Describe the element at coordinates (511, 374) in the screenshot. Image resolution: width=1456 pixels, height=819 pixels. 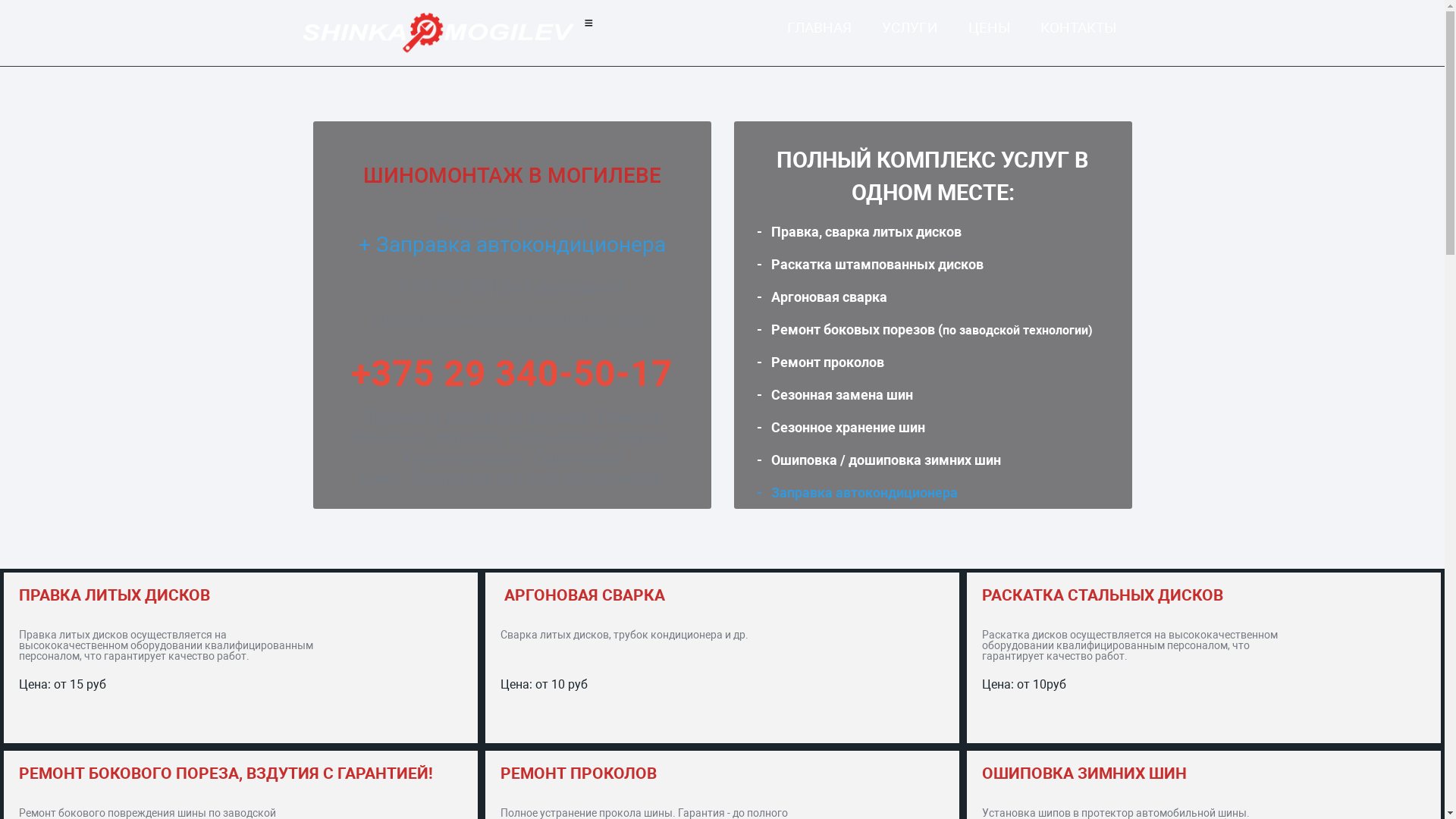
I see `'+375 29 340-50-17'` at that location.